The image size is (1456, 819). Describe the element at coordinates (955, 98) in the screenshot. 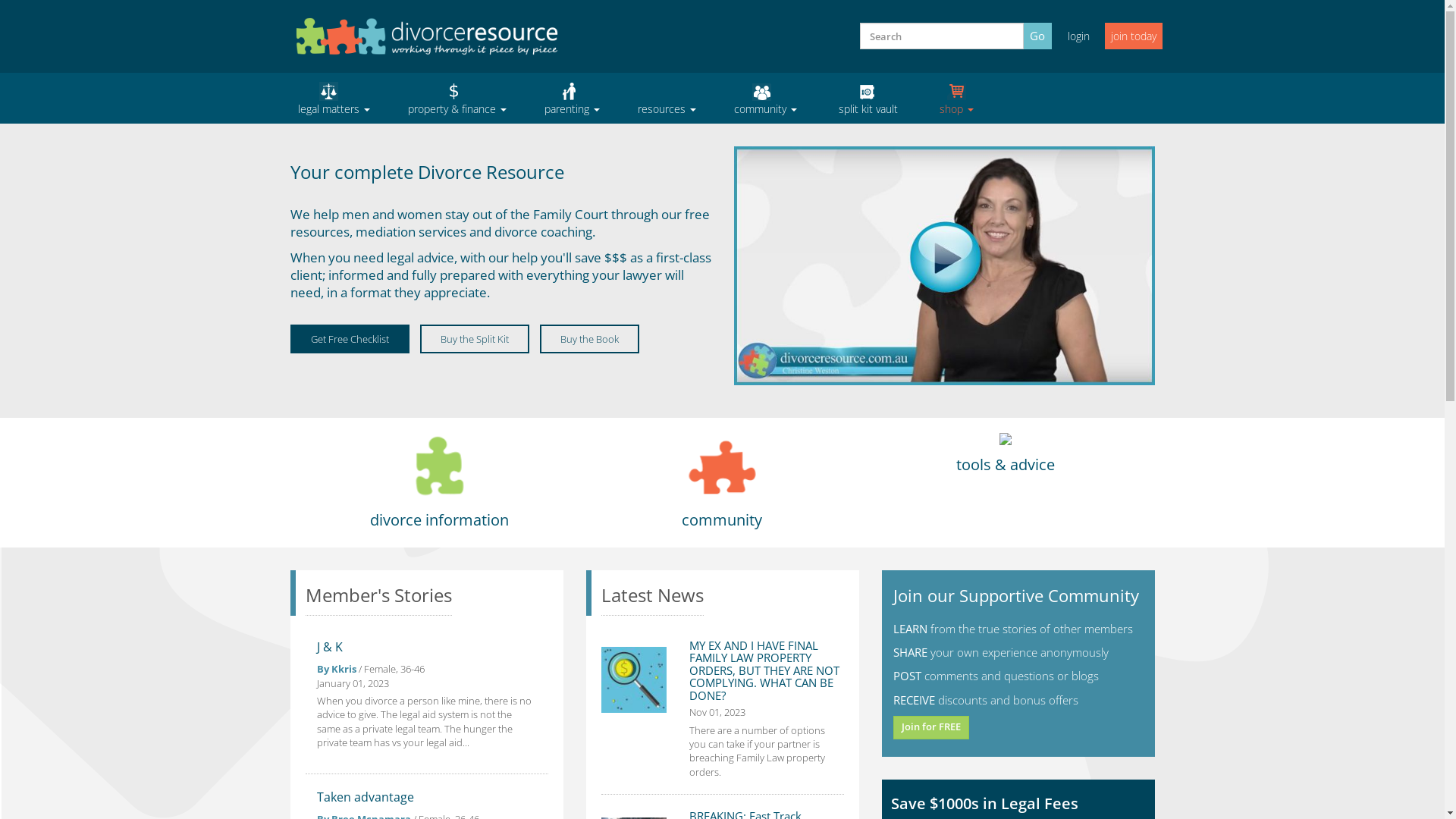

I see `'shop'` at that location.